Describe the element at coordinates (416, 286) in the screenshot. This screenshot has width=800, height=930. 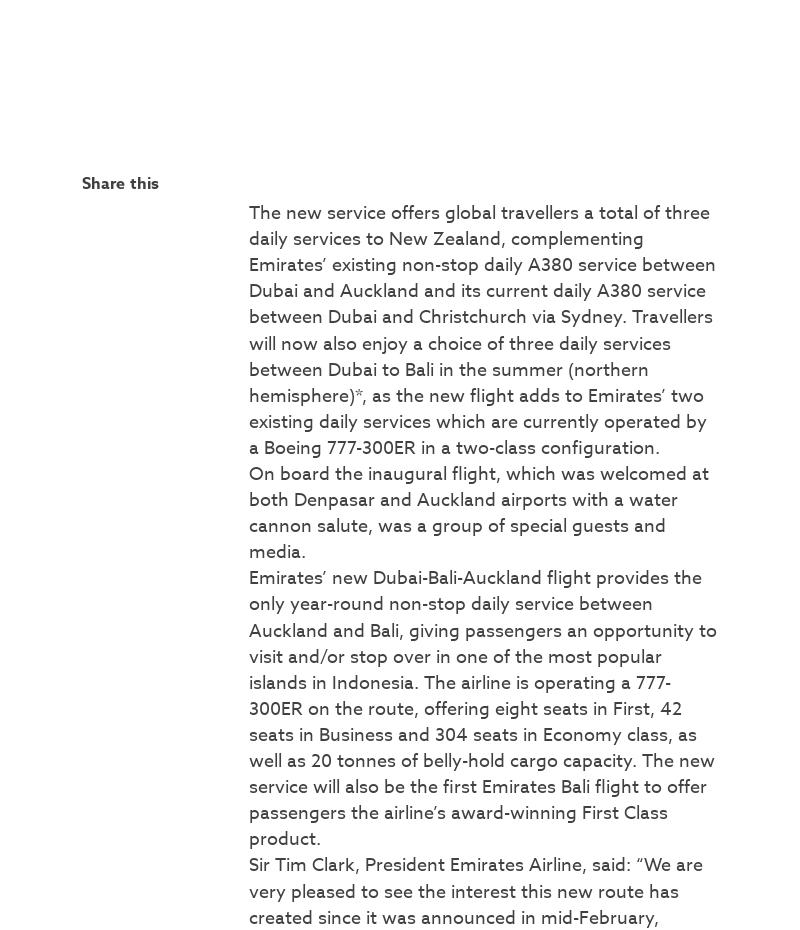
I see `'Flydubai touches down in Cairo and Poznań'` at that location.